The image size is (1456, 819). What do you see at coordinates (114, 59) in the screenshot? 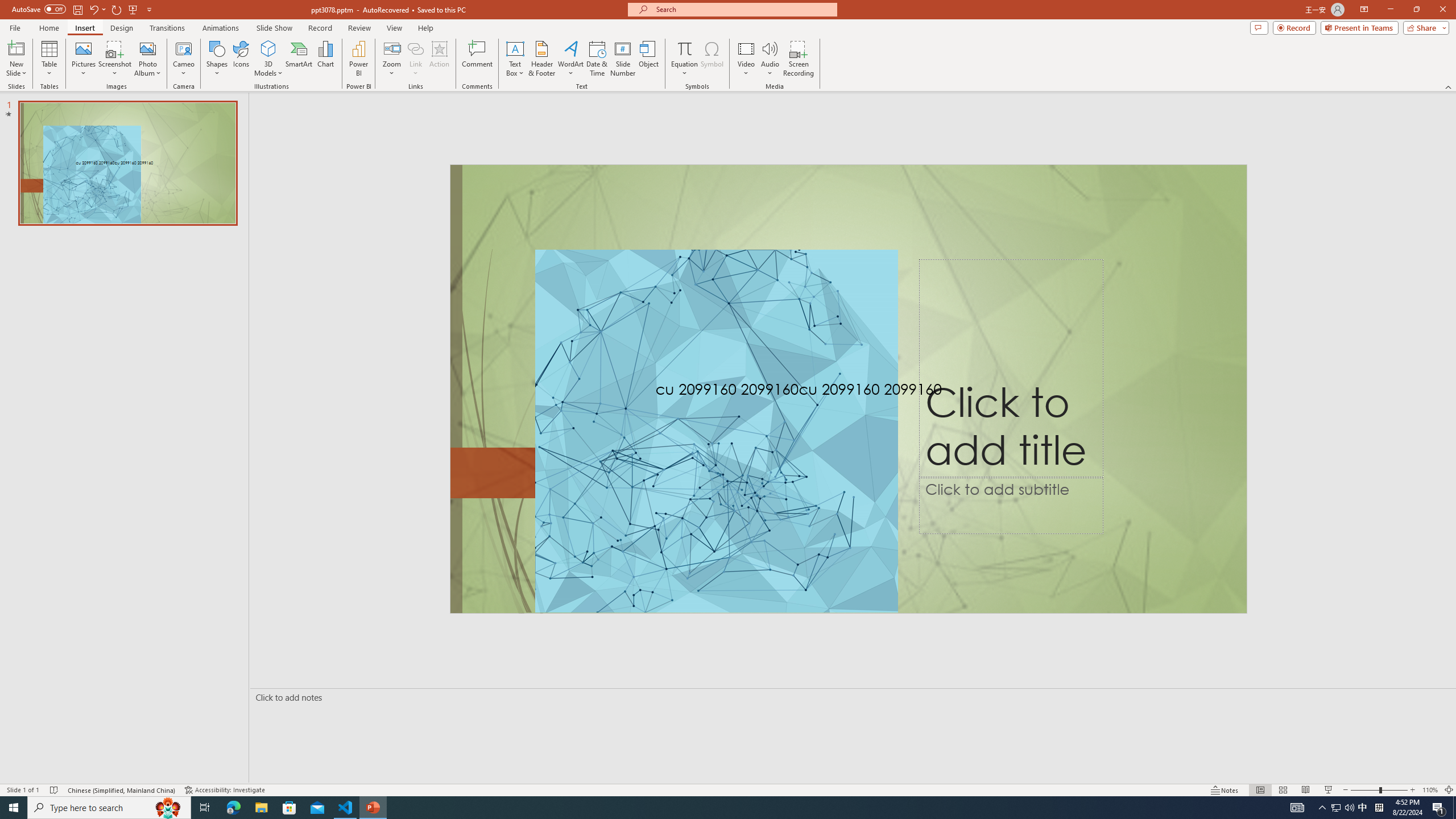
I see `'Screenshot'` at bounding box center [114, 59].